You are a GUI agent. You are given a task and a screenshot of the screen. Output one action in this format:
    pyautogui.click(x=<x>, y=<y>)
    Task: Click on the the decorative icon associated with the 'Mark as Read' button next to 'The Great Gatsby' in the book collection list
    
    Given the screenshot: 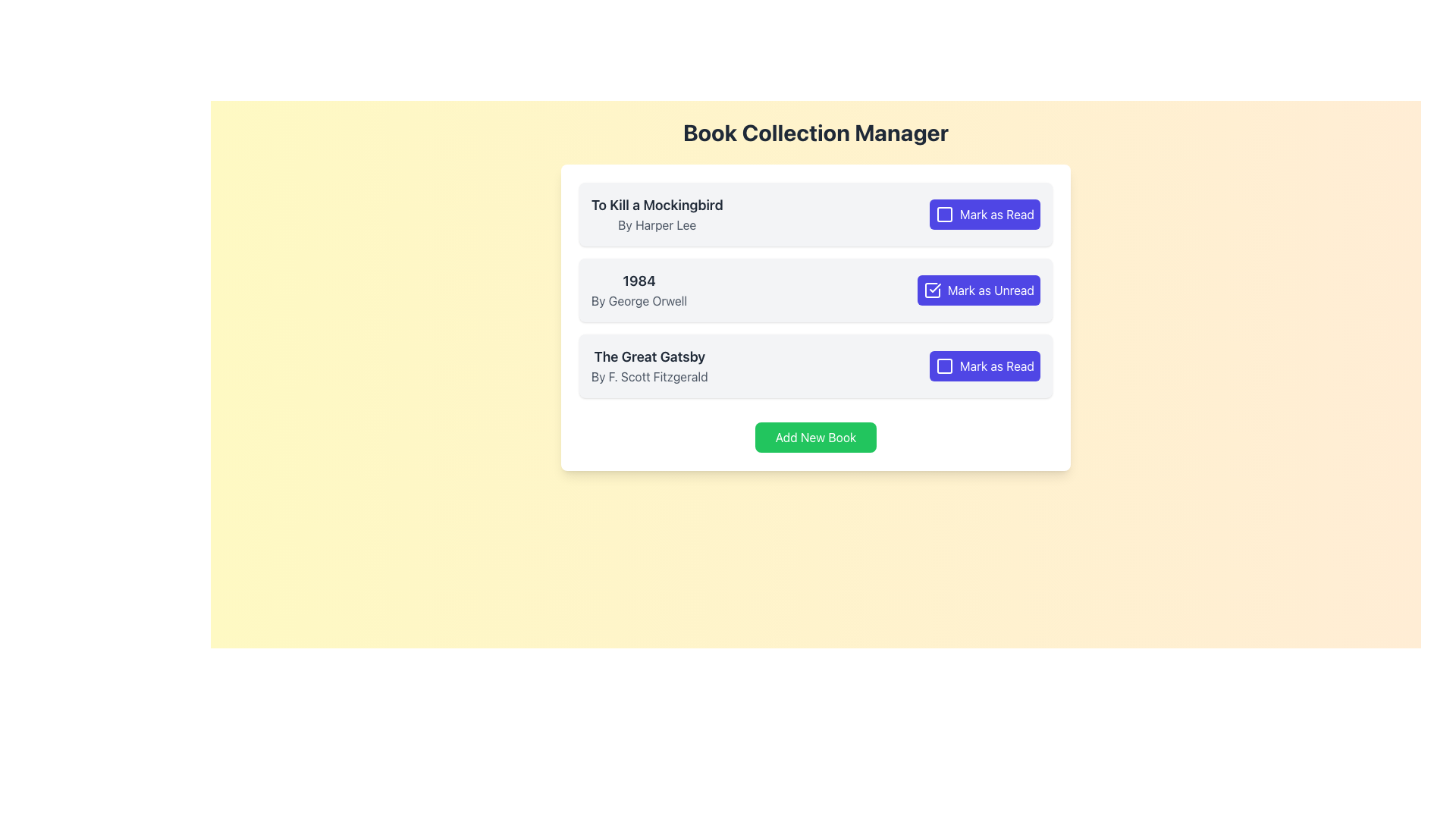 What is the action you would take?
    pyautogui.click(x=943, y=366)
    